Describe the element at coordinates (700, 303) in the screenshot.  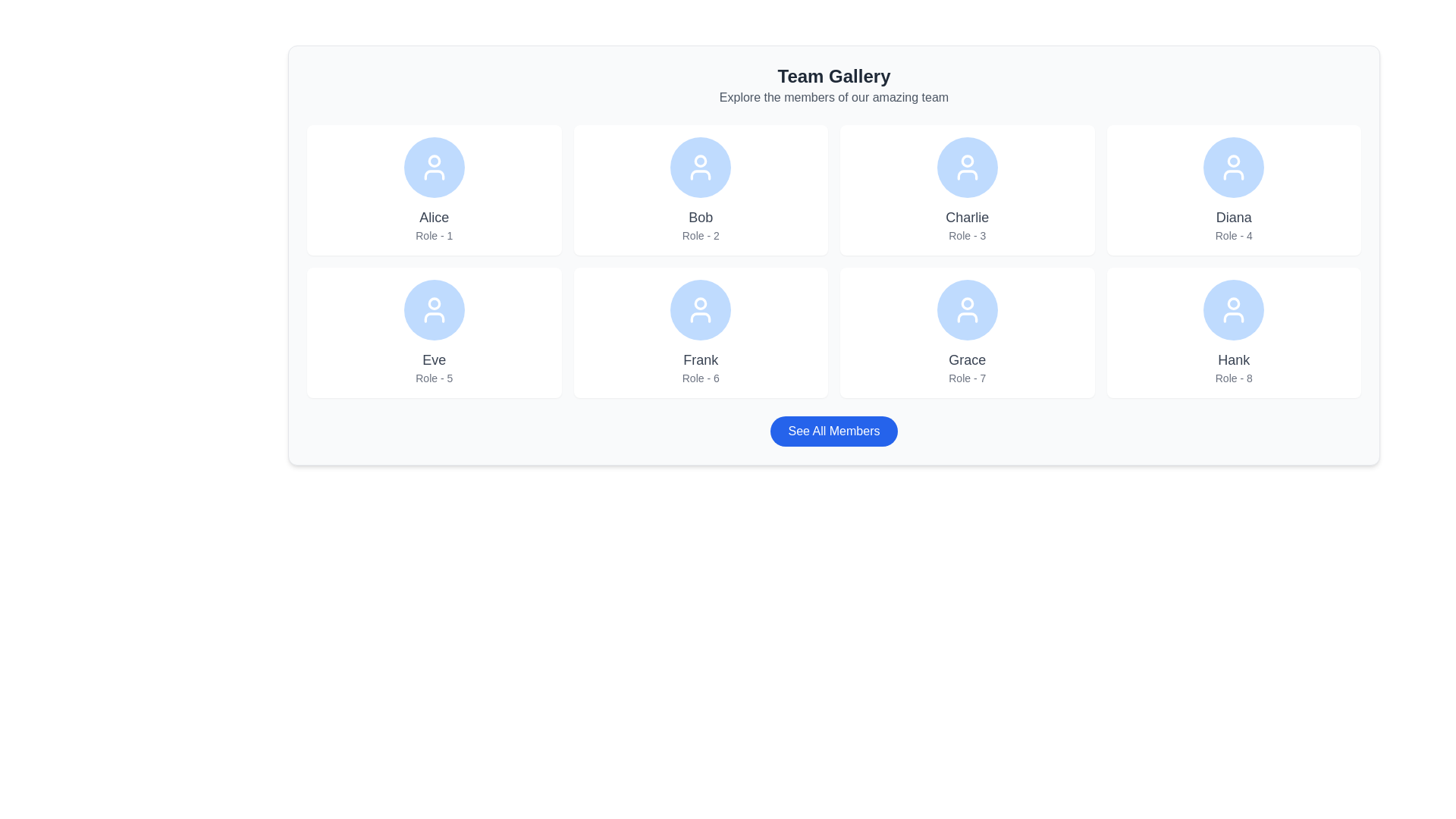
I see `the circular head element of the user profile icon located in the sixth card titled 'Frank Role - 6' within the grid layout` at that location.